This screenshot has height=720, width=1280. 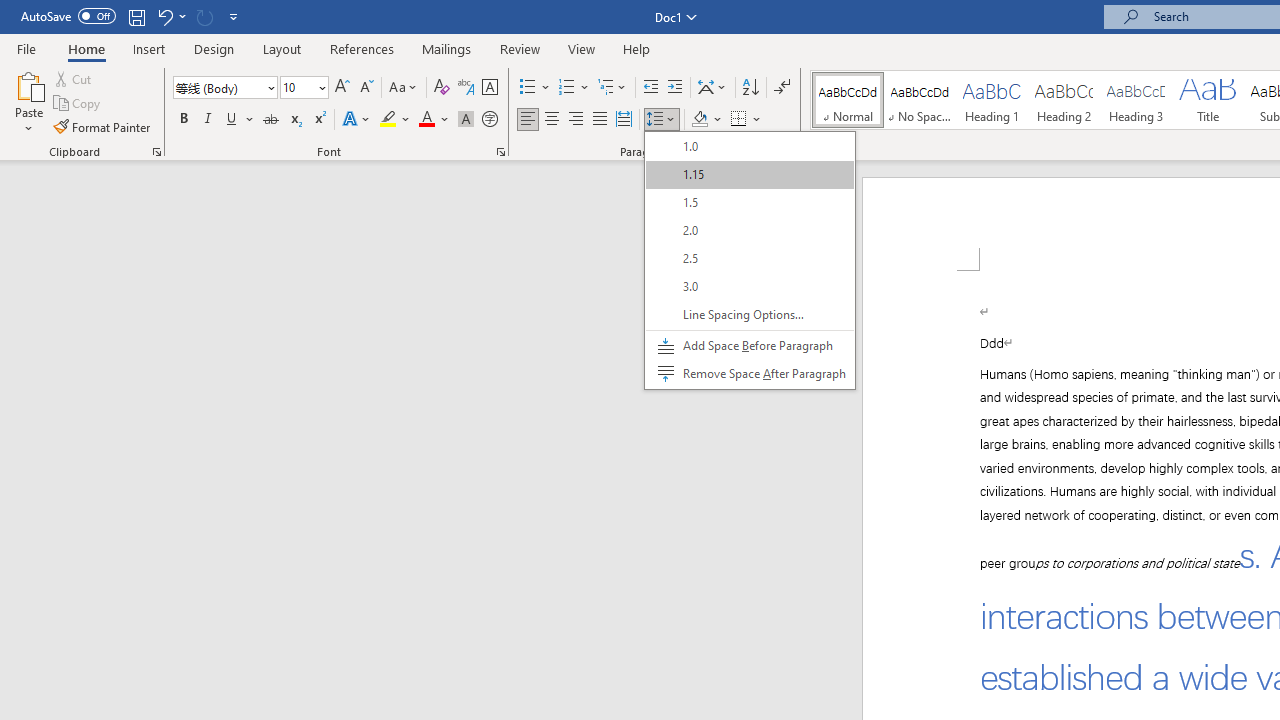 What do you see at coordinates (623, 119) in the screenshot?
I see `'Distributed'` at bounding box center [623, 119].